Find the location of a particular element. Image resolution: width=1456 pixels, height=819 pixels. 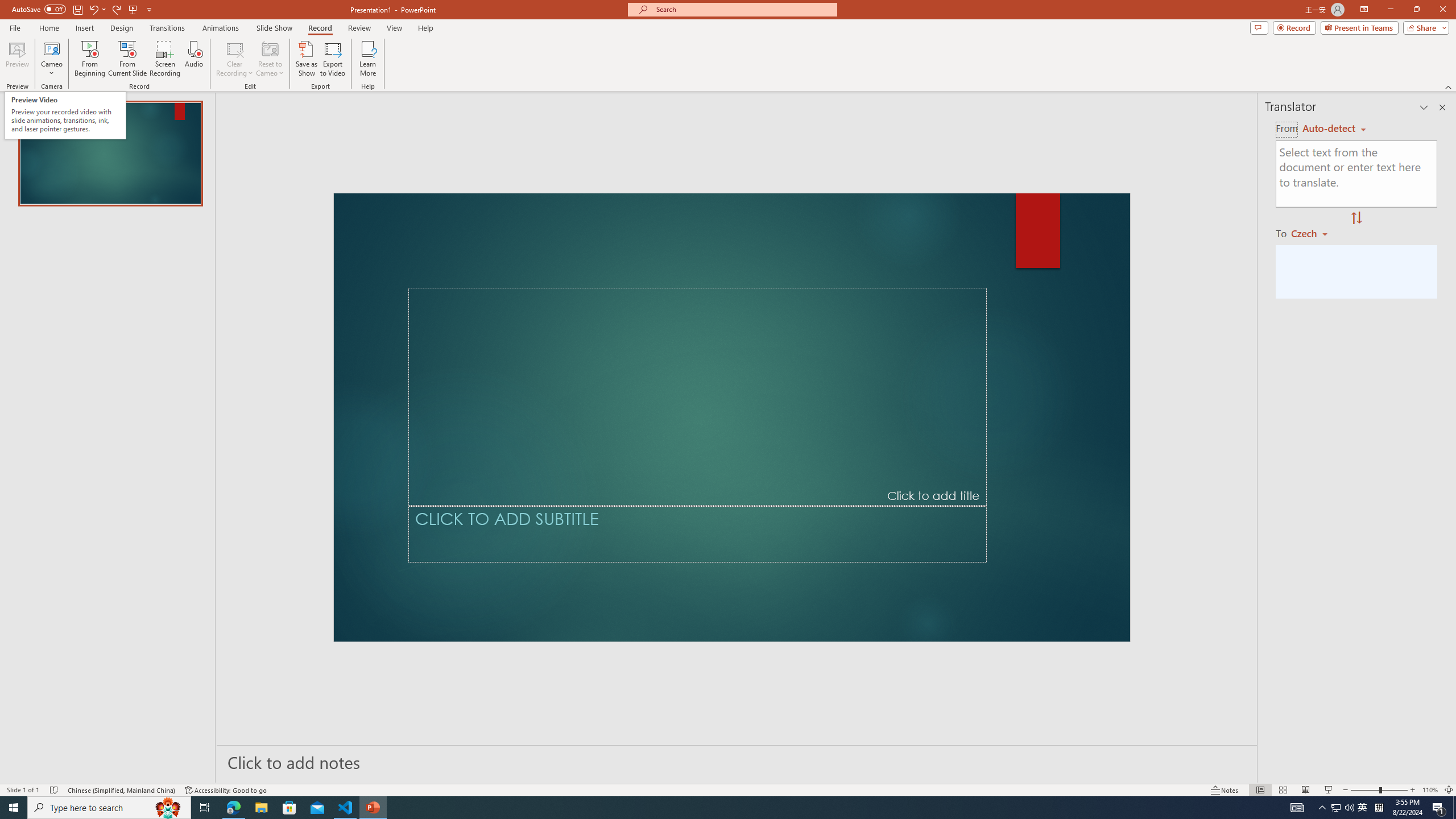

'Czech' is located at coordinates (1314, 233).